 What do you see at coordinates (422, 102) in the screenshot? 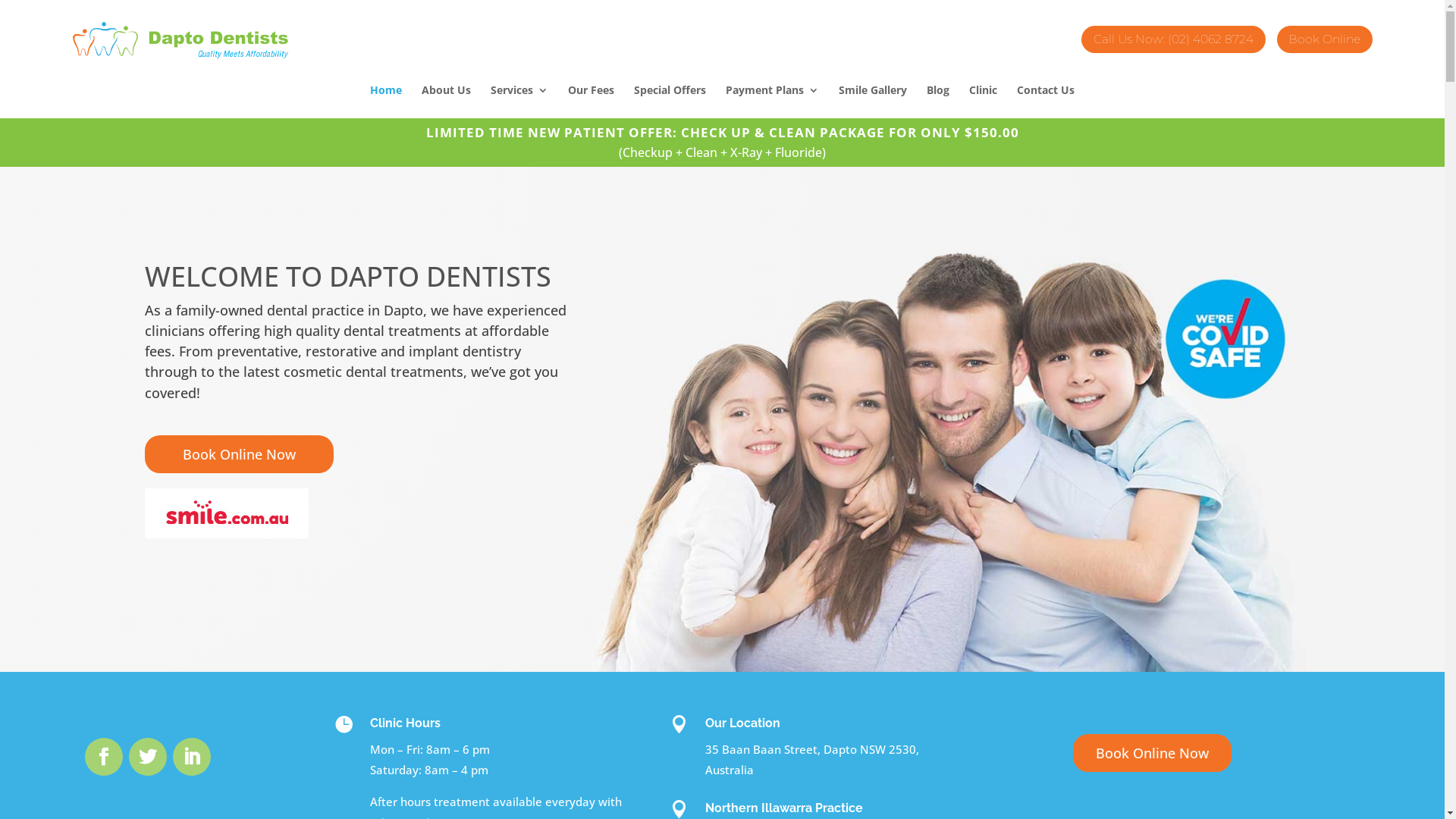
I see `'About Us'` at bounding box center [422, 102].